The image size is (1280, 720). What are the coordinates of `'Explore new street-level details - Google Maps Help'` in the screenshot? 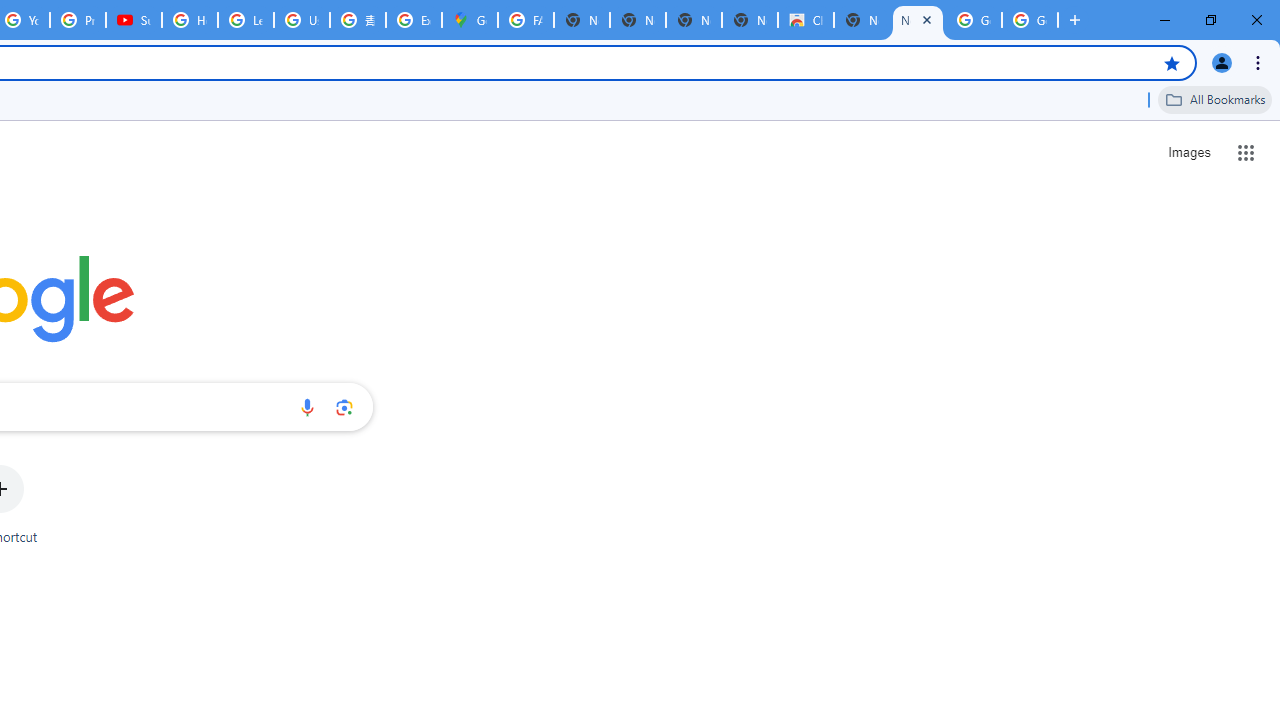 It's located at (413, 20).